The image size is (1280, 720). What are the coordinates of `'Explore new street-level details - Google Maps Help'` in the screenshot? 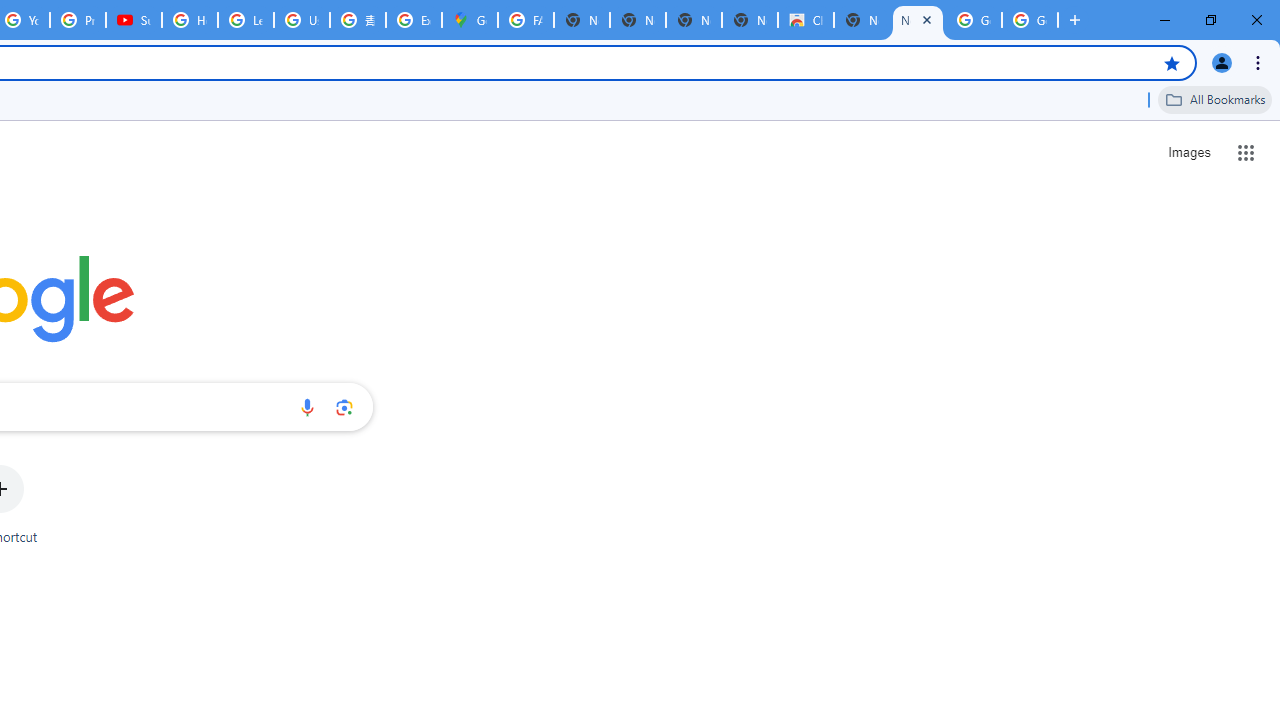 It's located at (413, 20).